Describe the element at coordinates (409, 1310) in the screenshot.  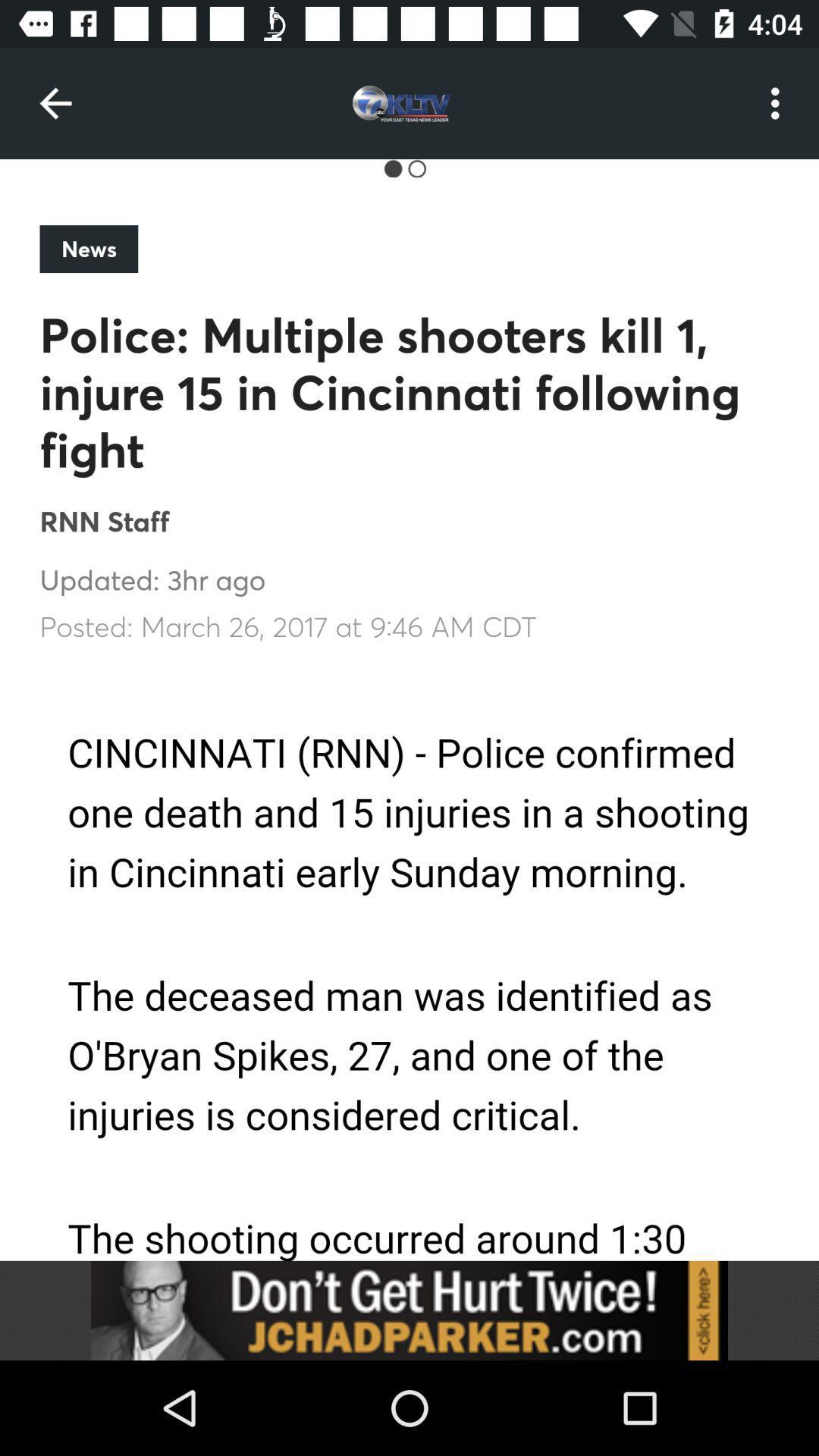
I see `advateshment` at that location.